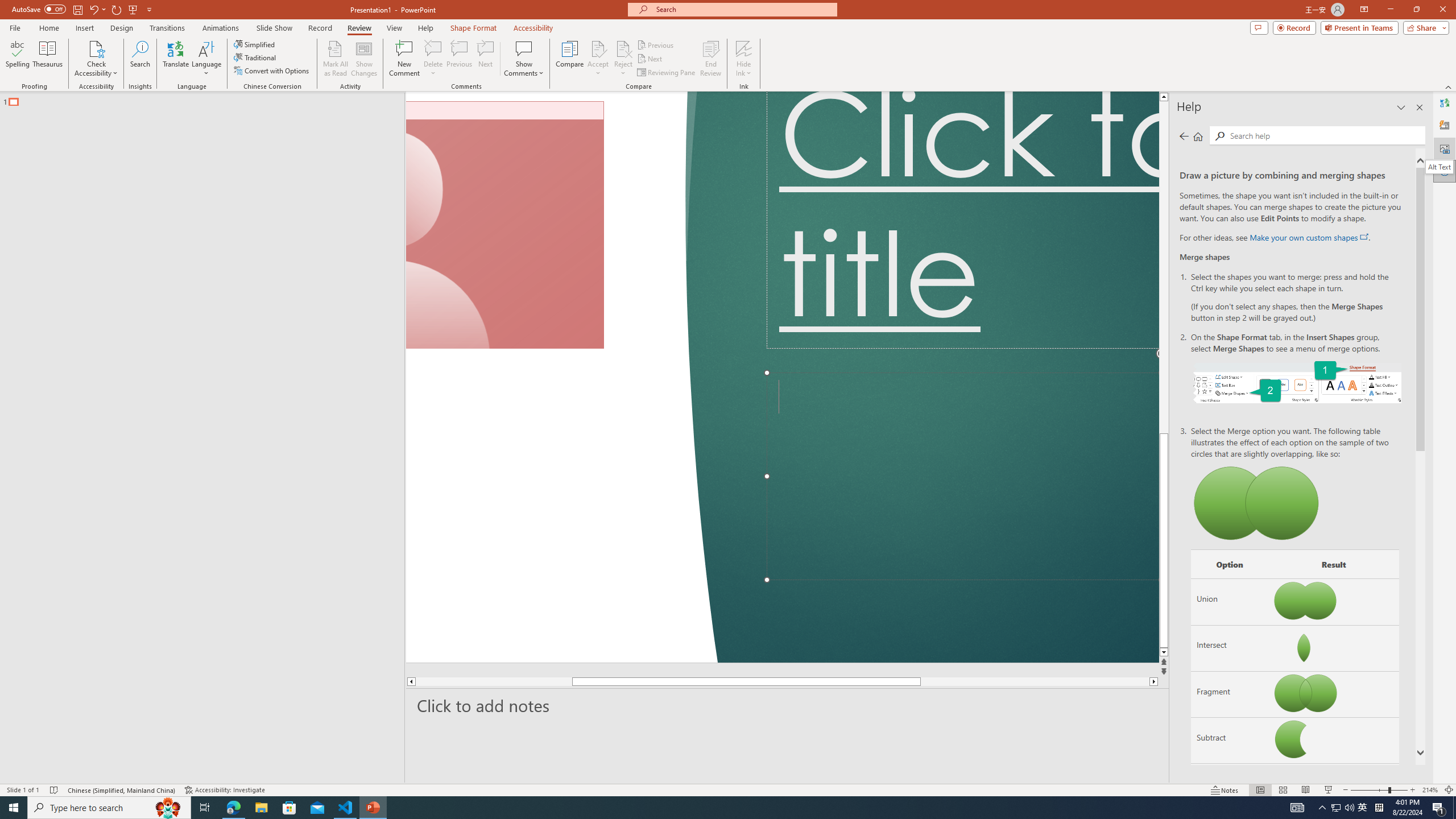  I want to click on 'Shape Format', so click(473, 28).